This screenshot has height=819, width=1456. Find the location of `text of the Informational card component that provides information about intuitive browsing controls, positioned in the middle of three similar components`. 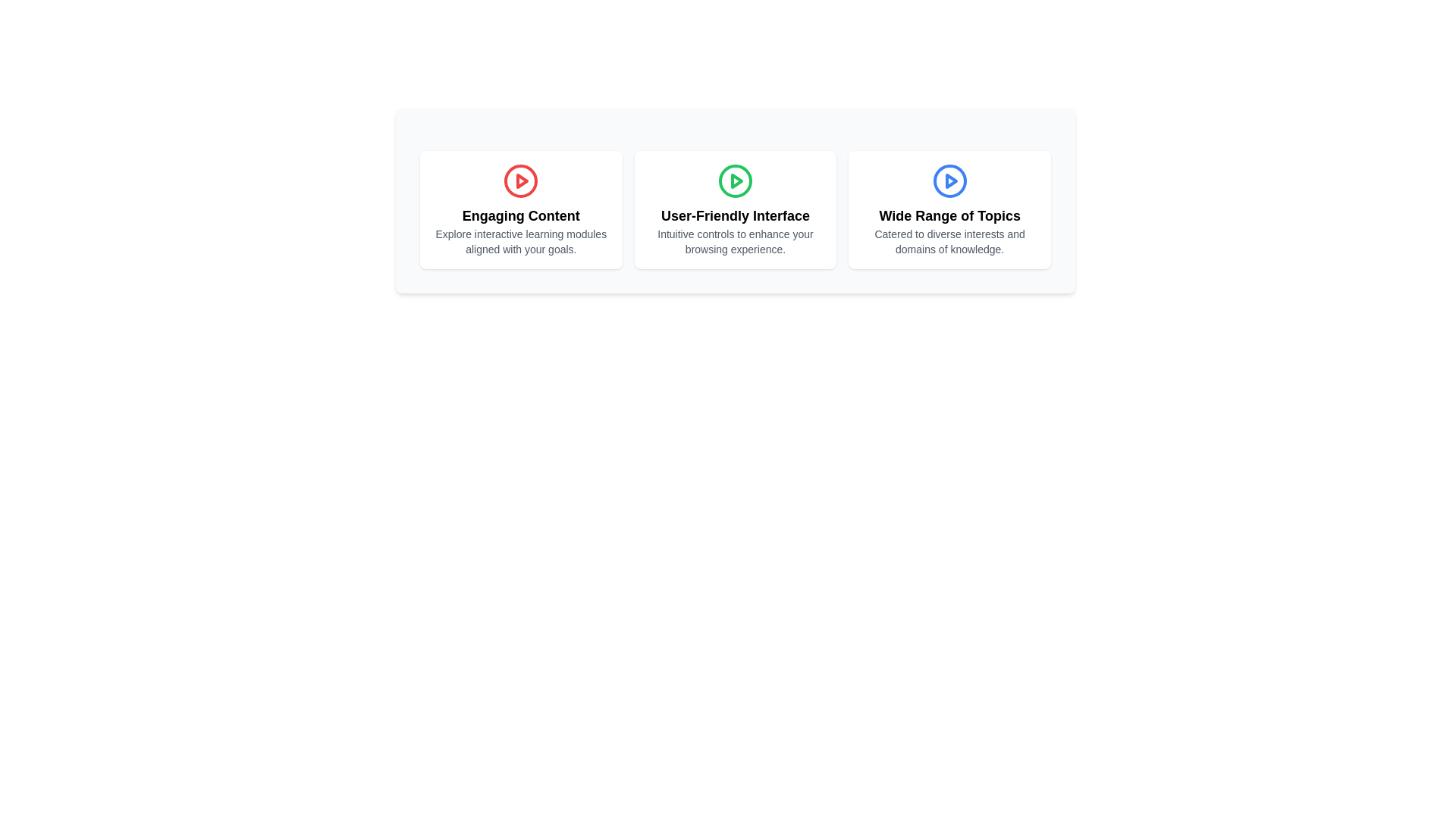

text of the Informational card component that provides information about intuitive browsing controls, positioned in the middle of three similar components is located at coordinates (735, 200).